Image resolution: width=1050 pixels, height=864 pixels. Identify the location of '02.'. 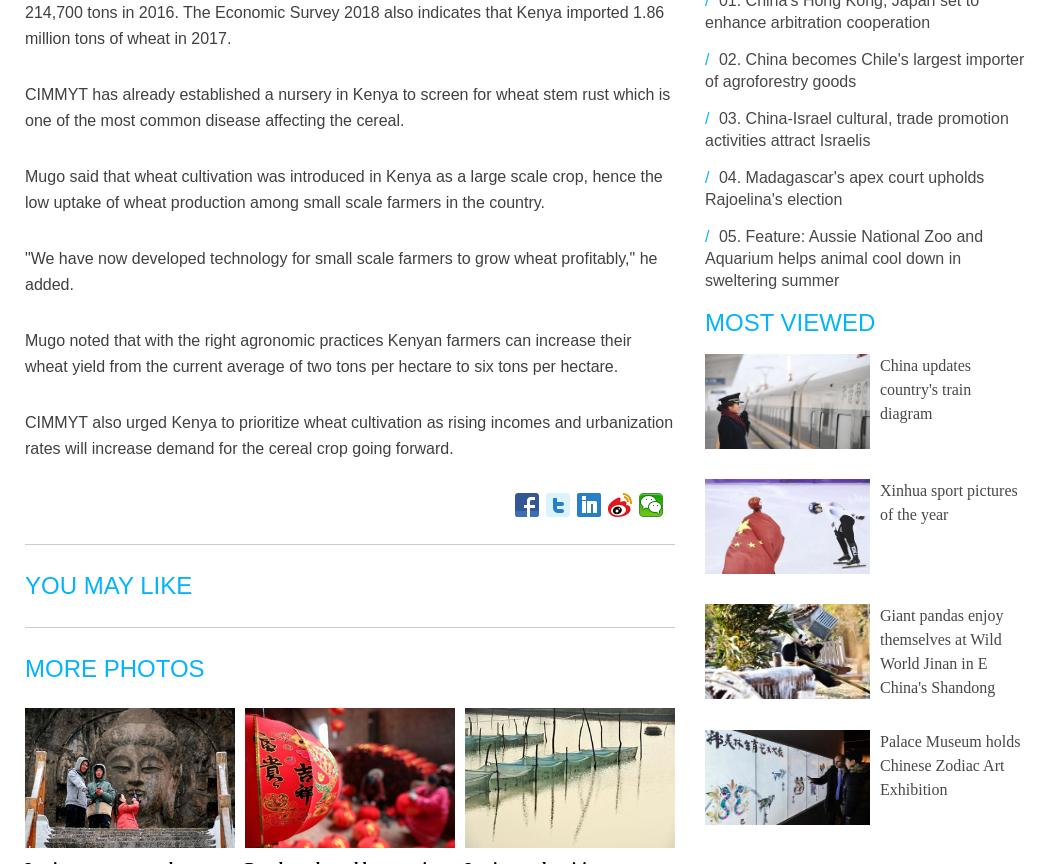
(728, 59).